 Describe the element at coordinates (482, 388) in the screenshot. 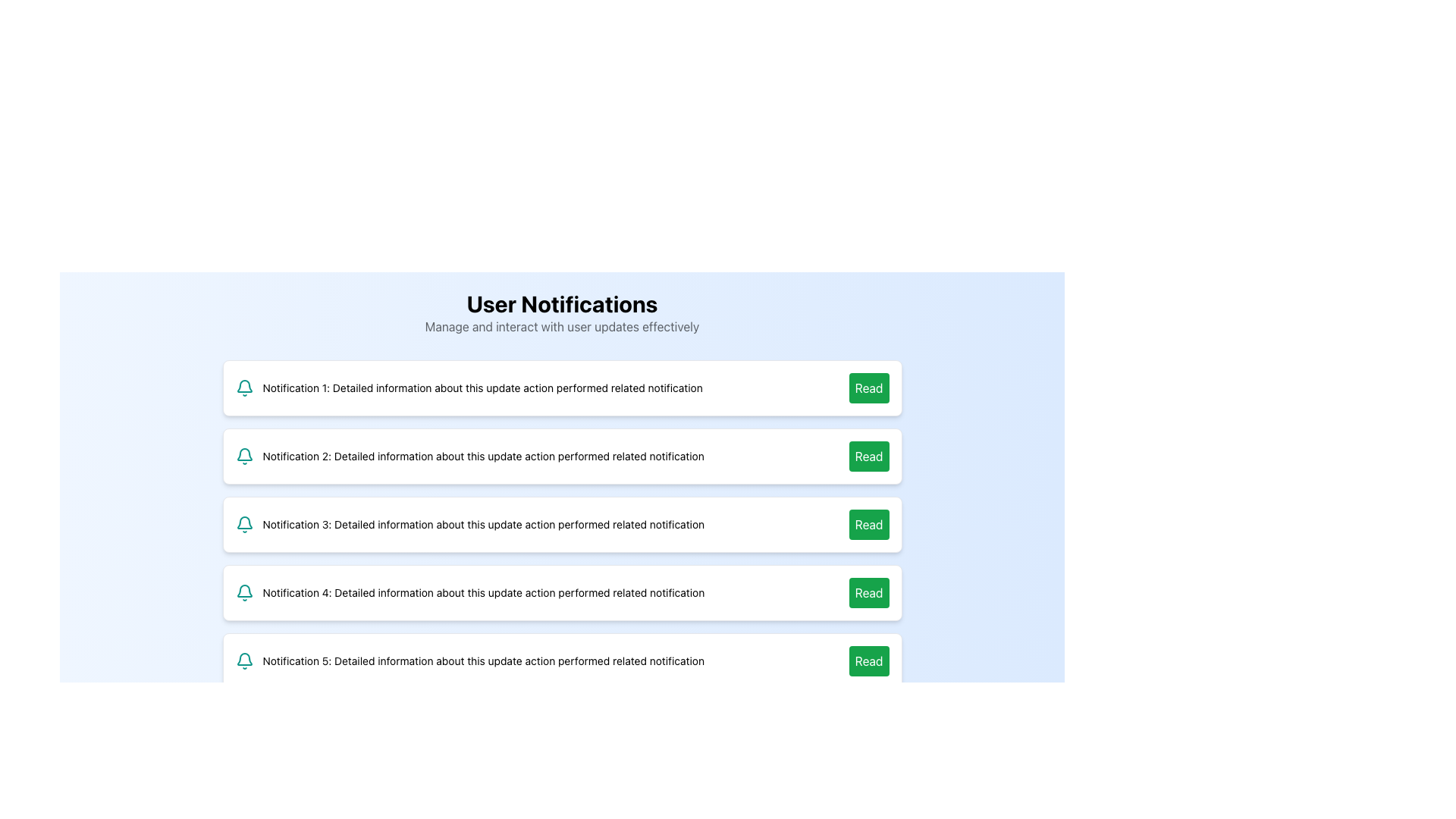

I see `text content of the first notification displayed in the text label located at the center of the topmost notification card, positioned between the bell icon and the green button` at that location.